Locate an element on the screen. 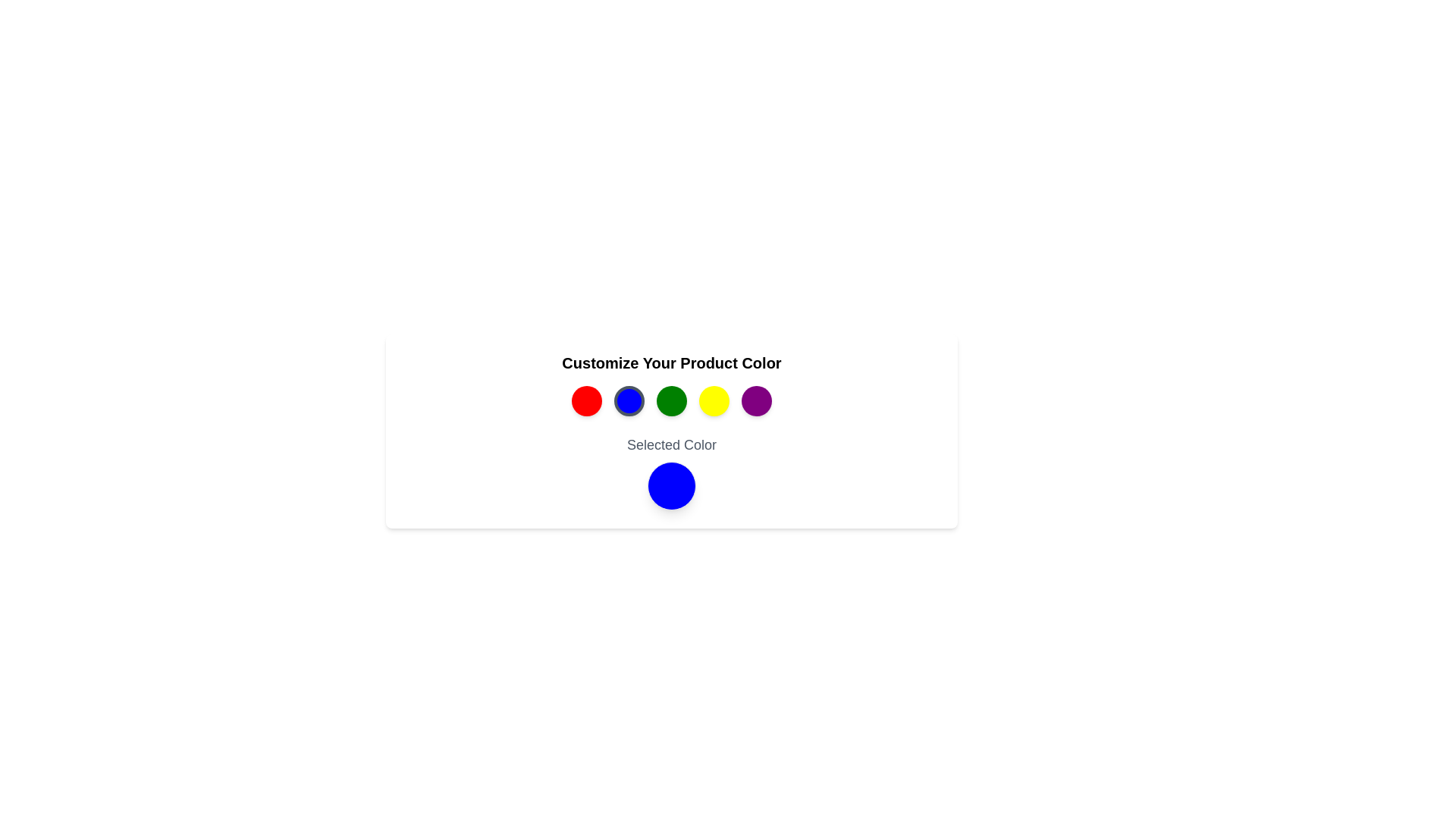  the color button corresponding to yellow is located at coordinates (713, 400).